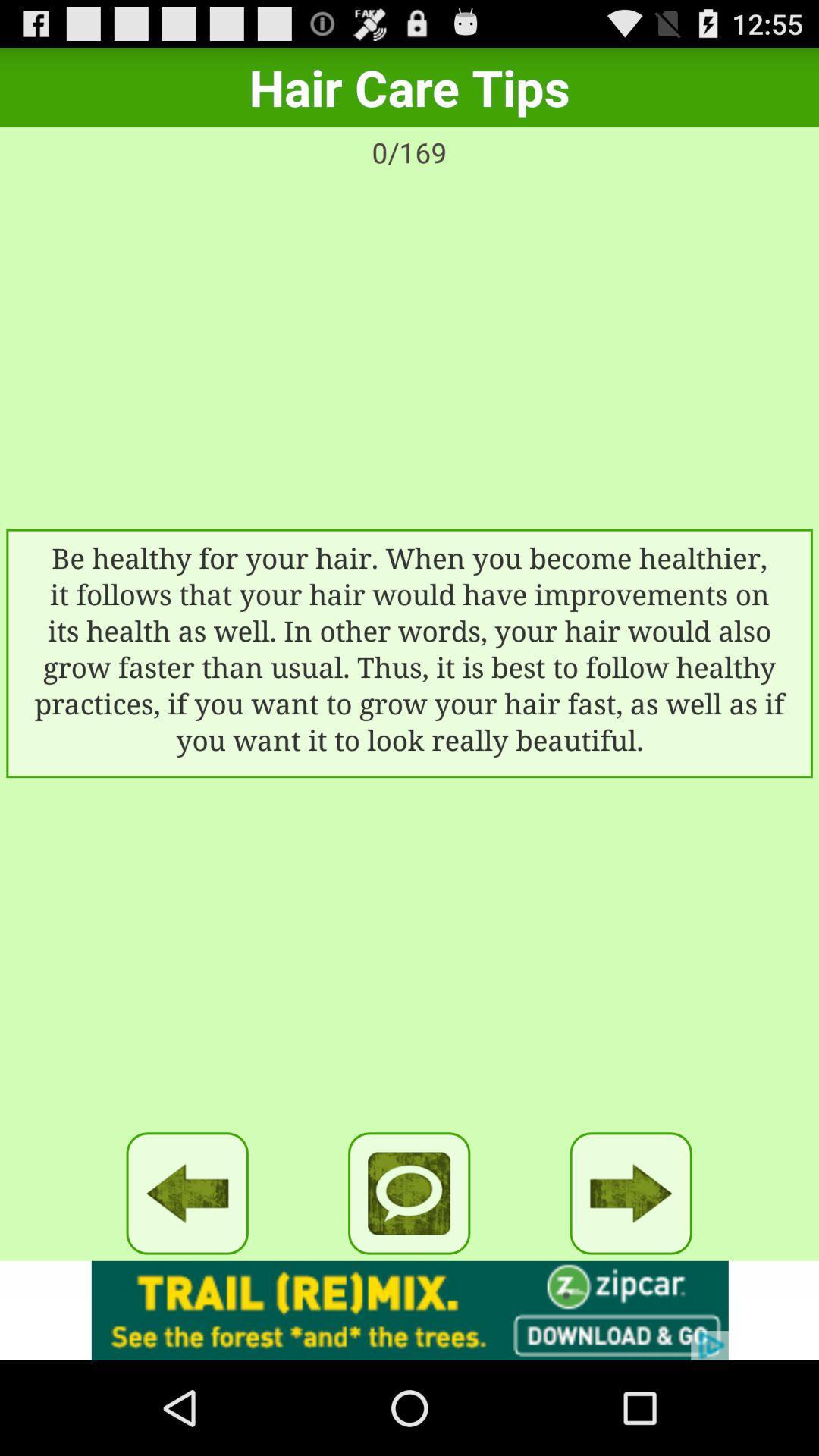 The image size is (819, 1456). Describe the element at coordinates (409, 1310) in the screenshot. I see `banner advertisement` at that location.